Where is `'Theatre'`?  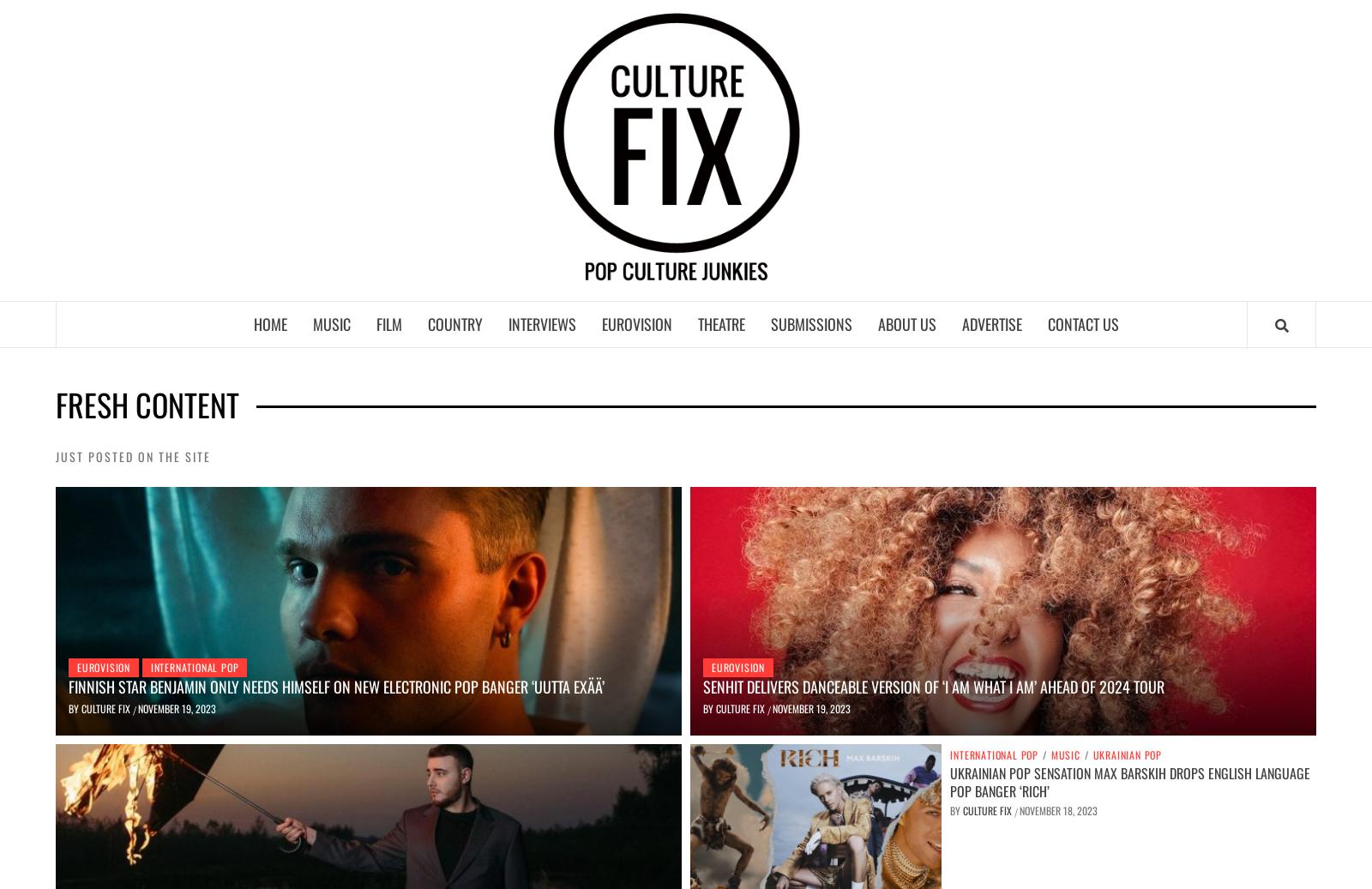
'Theatre' is located at coordinates (719, 322).